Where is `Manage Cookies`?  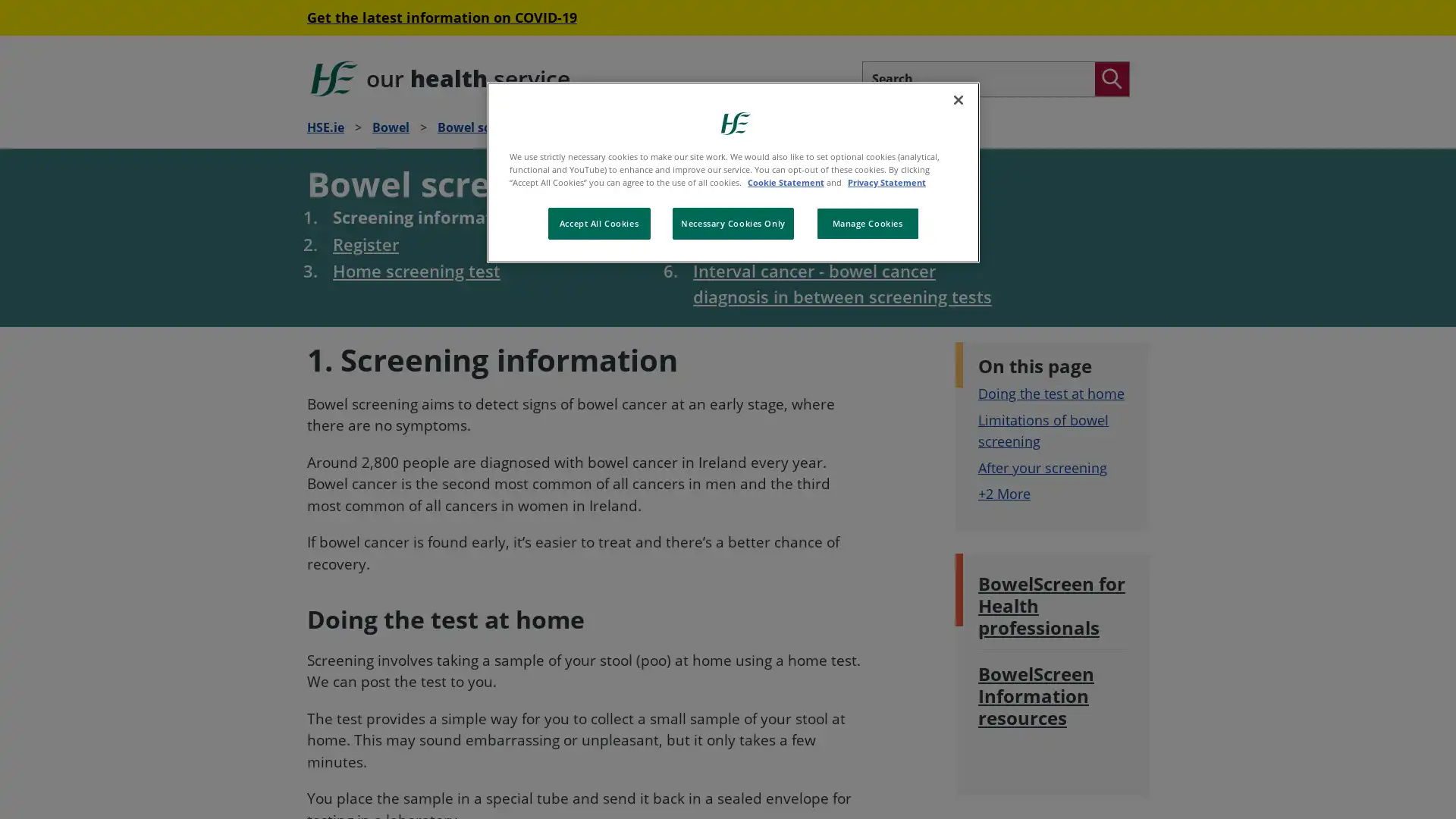 Manage Cookies is located at coordinates (867, 223).